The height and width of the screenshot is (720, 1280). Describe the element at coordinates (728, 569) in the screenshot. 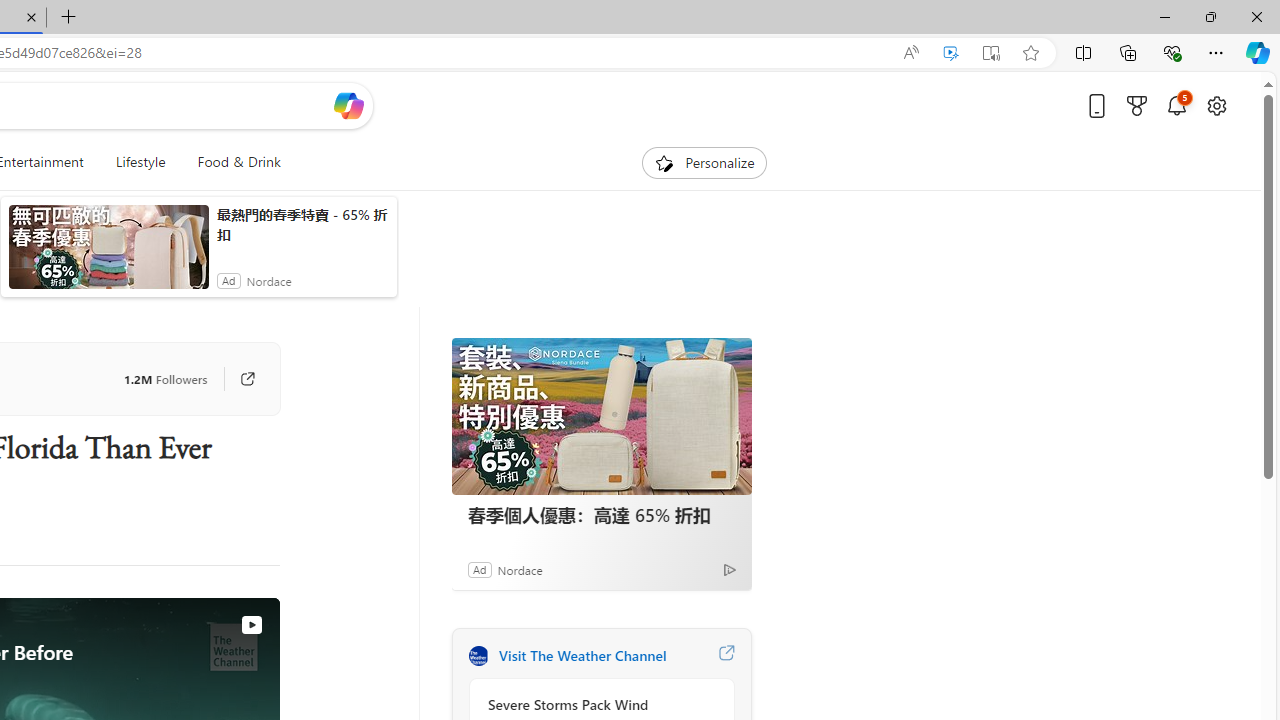

I see `'Ad Choice'` at that location.